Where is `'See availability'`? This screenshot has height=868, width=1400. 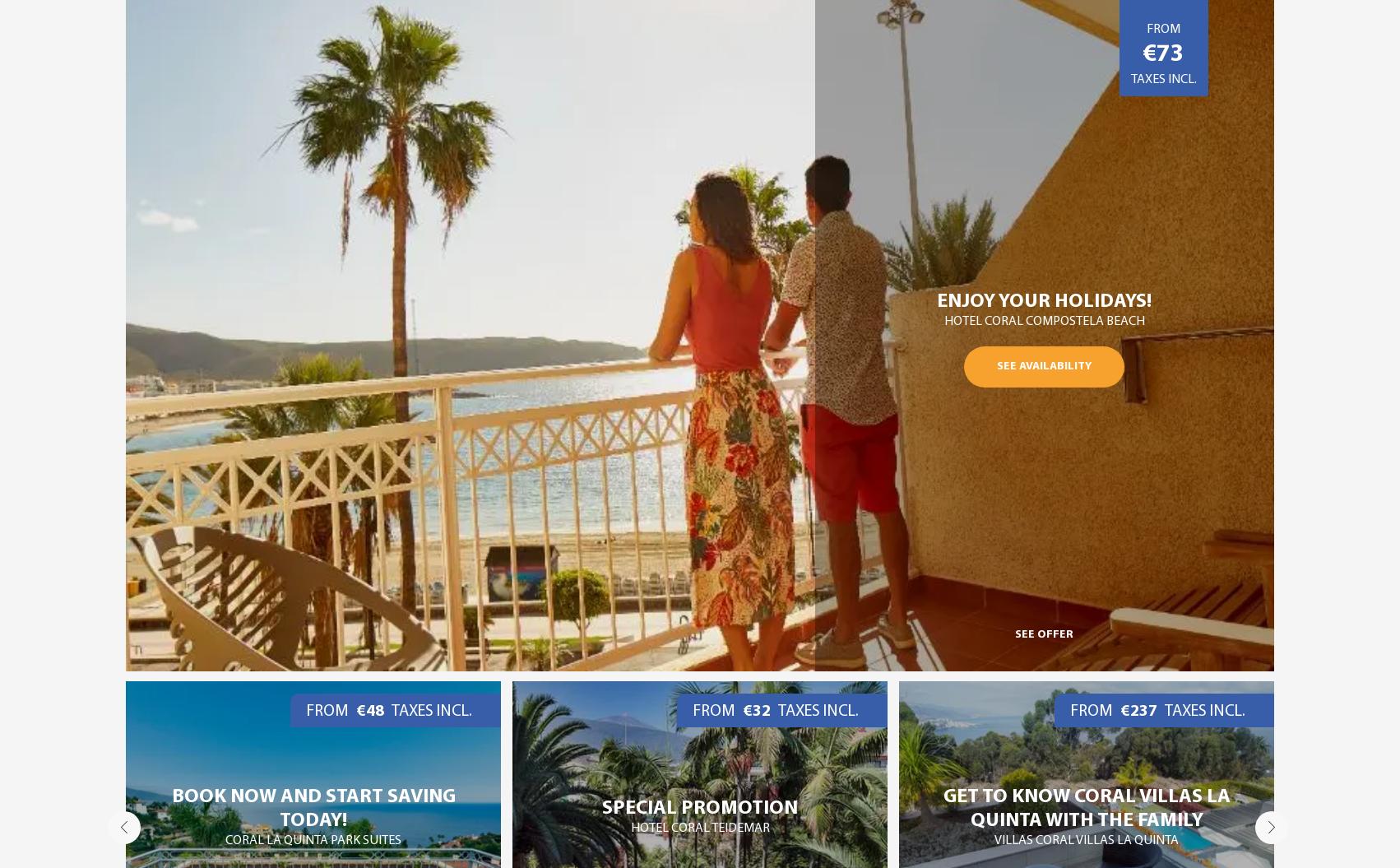
'See availability' is located at coordinates (996, 364).